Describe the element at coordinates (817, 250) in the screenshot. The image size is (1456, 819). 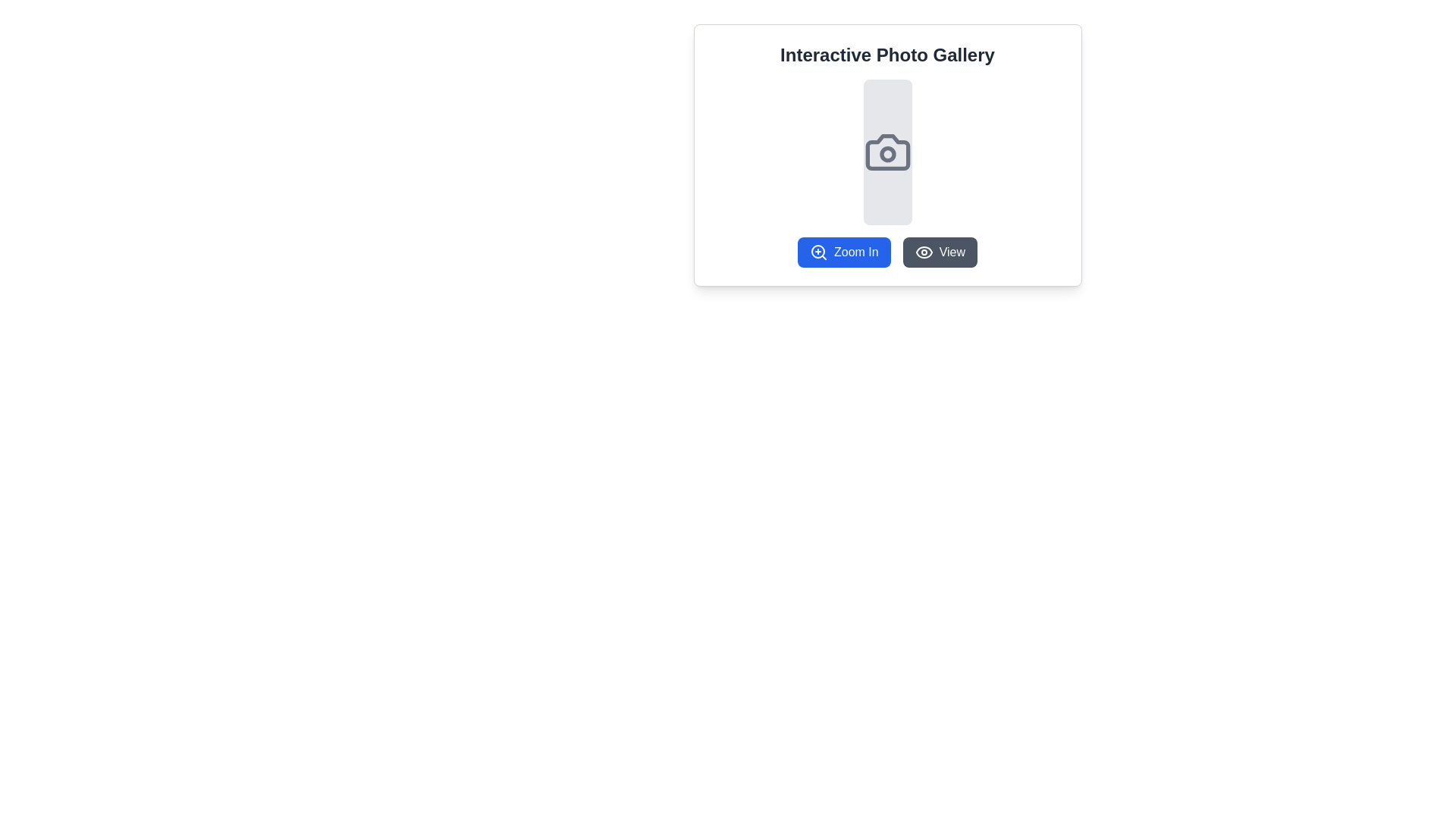
I see `the circular component of the zoom in icon, which is part of the 'Zoom In' button located in the 'Interactive Photo Gallery'` at that location.